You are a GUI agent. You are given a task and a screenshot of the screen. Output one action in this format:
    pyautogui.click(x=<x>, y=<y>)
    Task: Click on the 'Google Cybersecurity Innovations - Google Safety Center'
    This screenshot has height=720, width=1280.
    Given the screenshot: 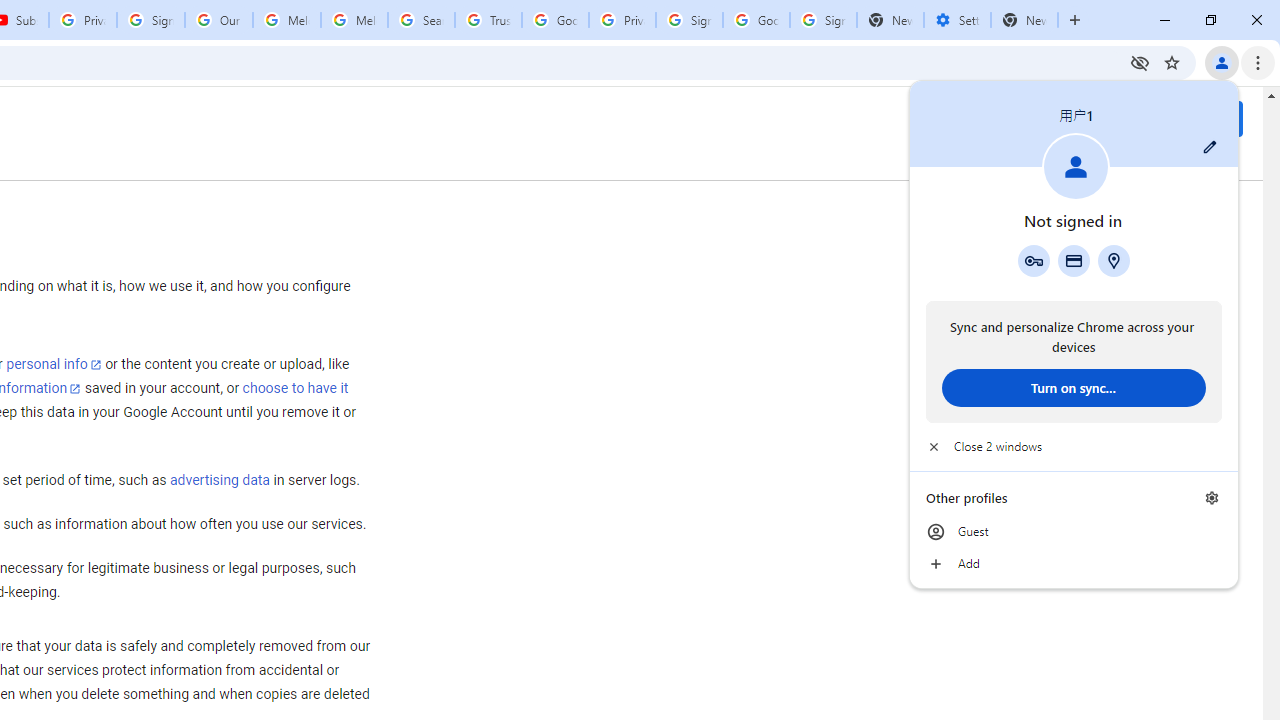 What is the action you would take?
    pyautogui.click(x=755, y=20)
    